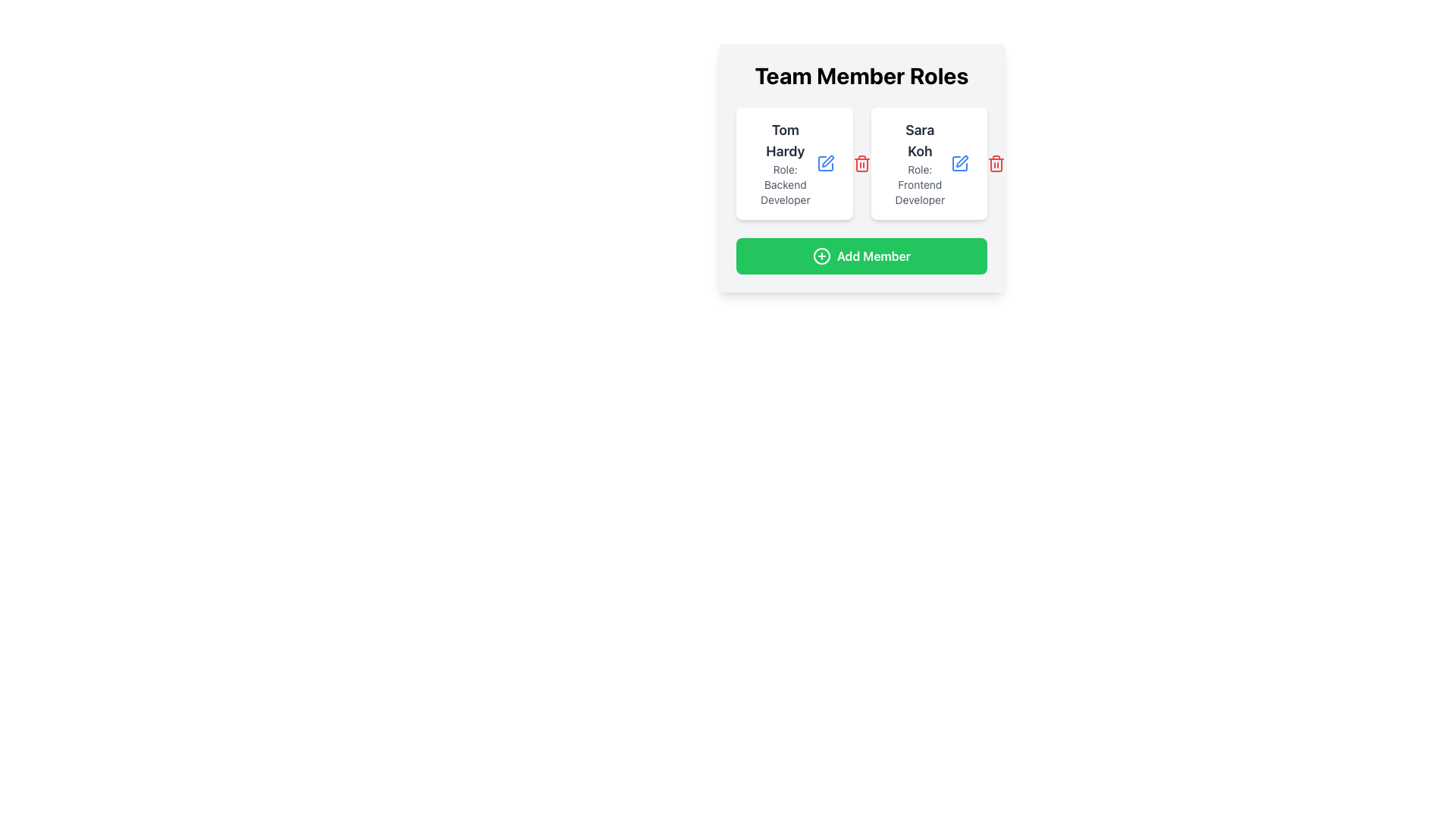 The width and height of the screenshot is (1456, 819). Describe the element at coordinates (785, 140) in the screenshot. I see `the Text Label displaying 'Tom Hardy', which serves as an informational label for the team member's name, located in the top-left section of the card` at that location.